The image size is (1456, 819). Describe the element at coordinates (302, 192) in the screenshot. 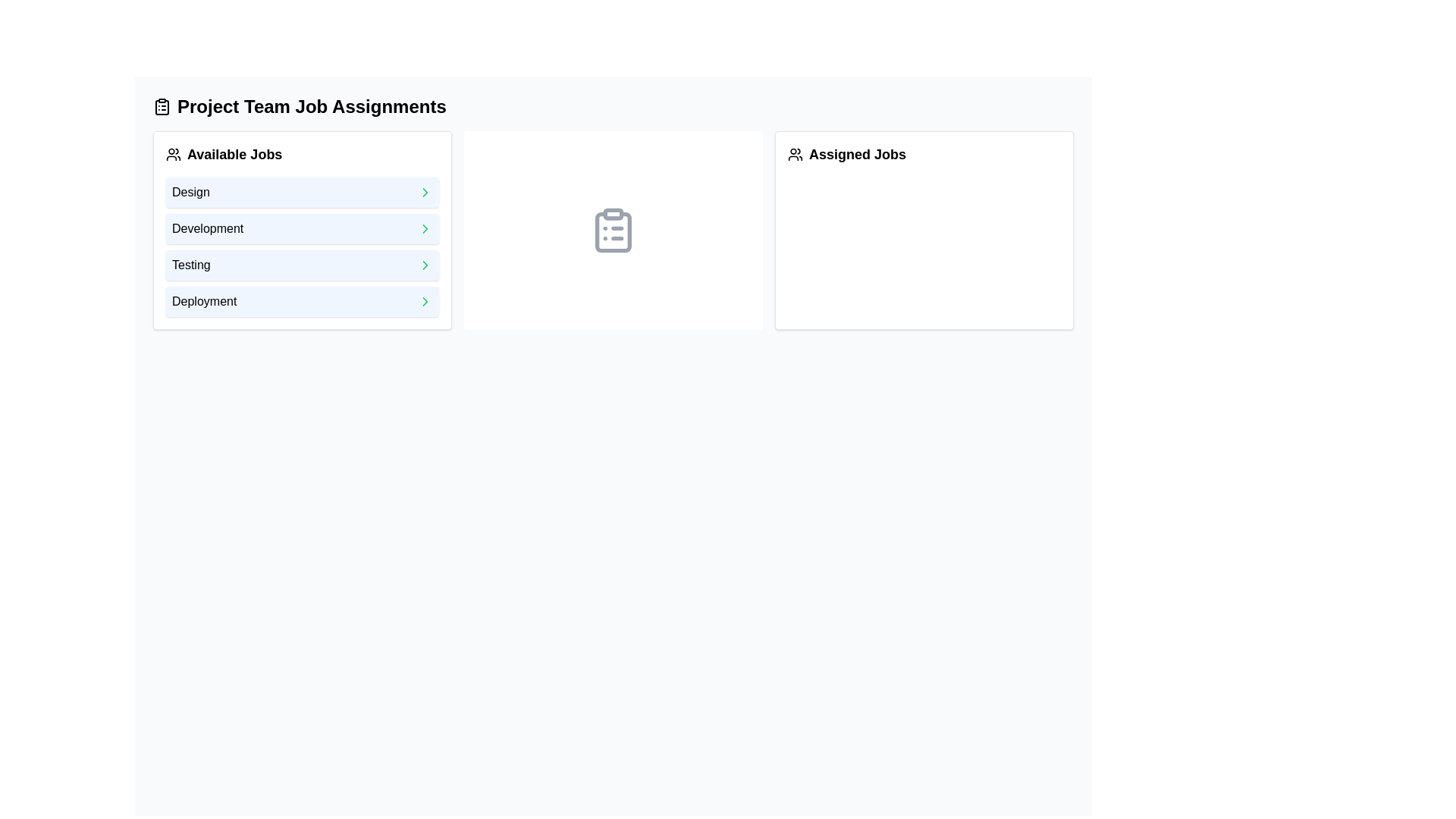

I see `the 'Design' button in the 'Available Jobs' section under 'Project Team Job Assignments'` at that location.